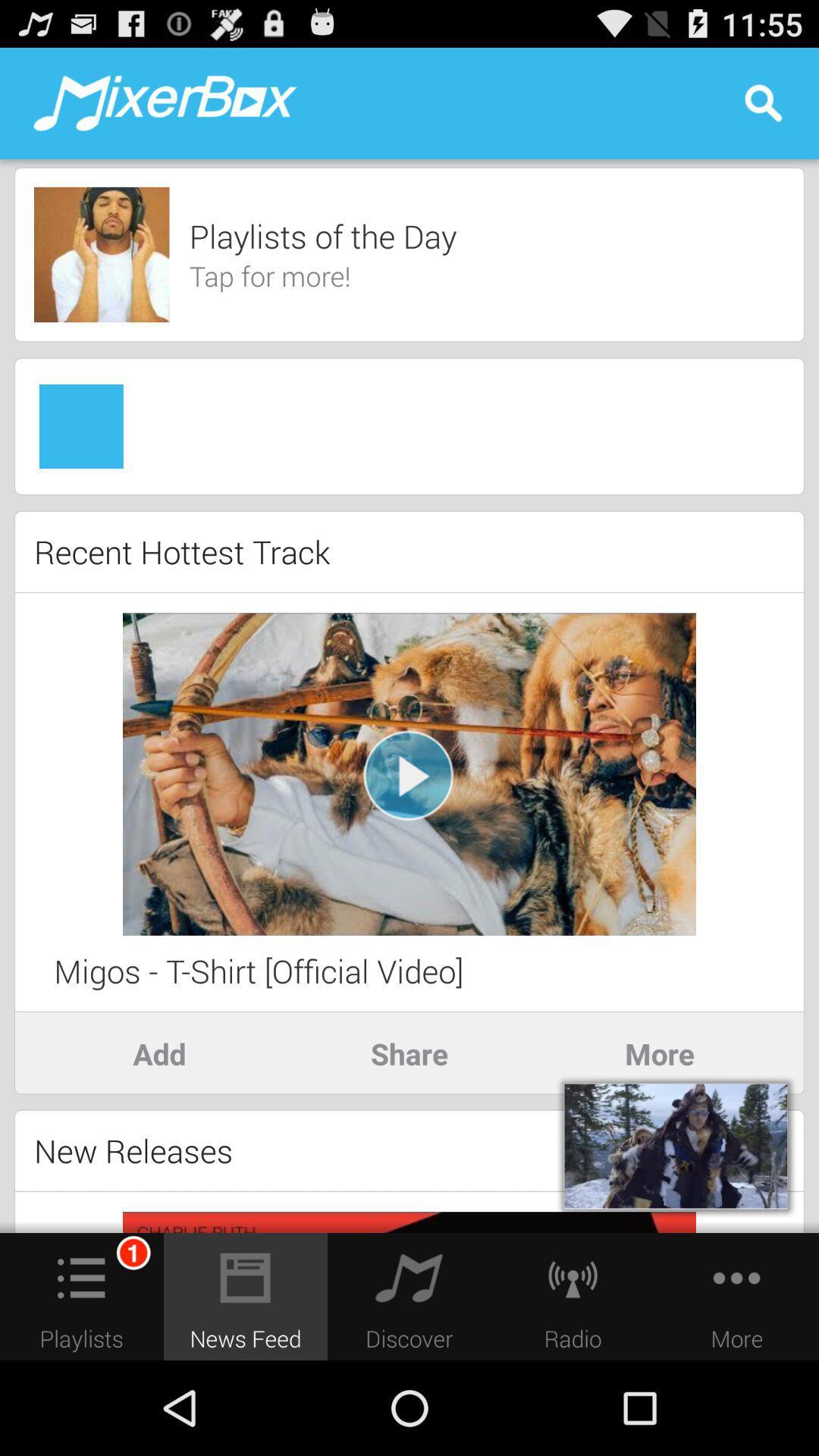  I want to click on the item above the tap for more! item, so click(322, 235).